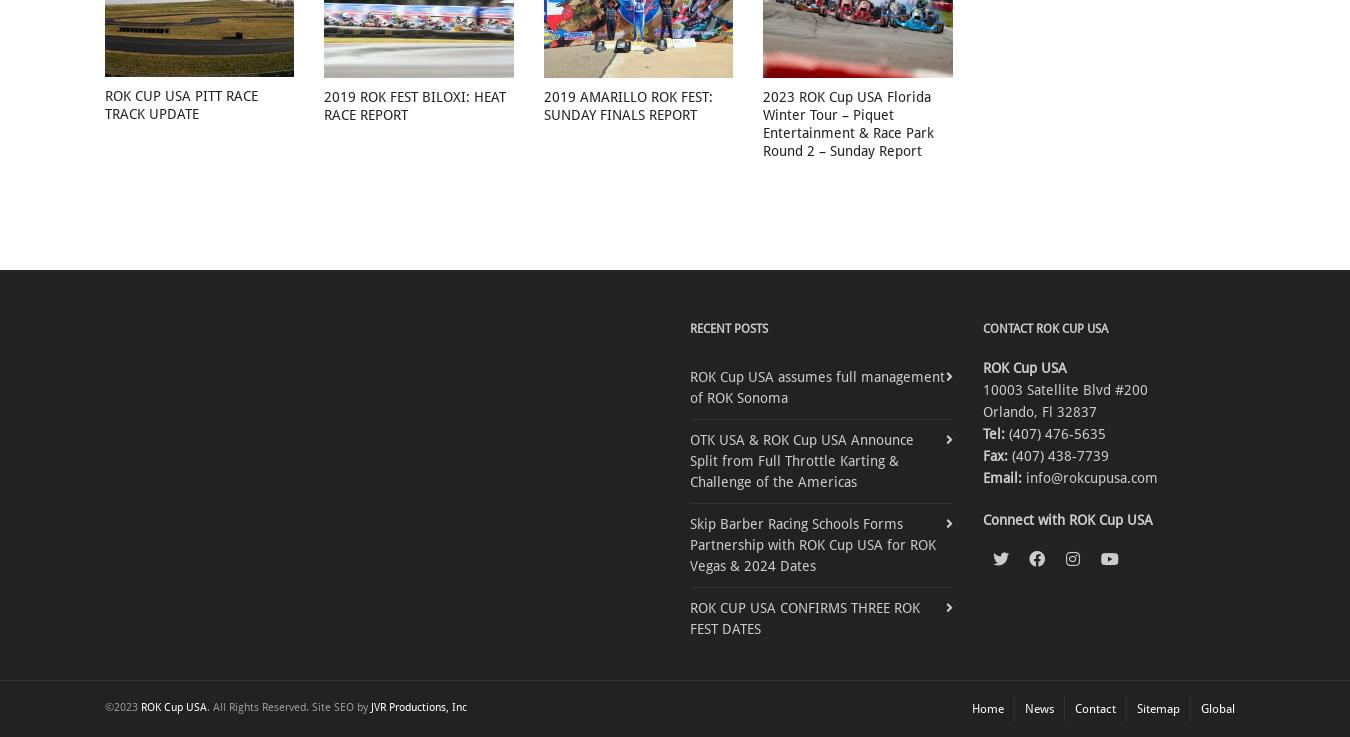 The width and height of the screenshot is (1350, 737). Describe the element at coordinates (181, 104) in the screenshot. I see `'ROK CUP USA PITT RACE TRACK UPDATE'` at that location.